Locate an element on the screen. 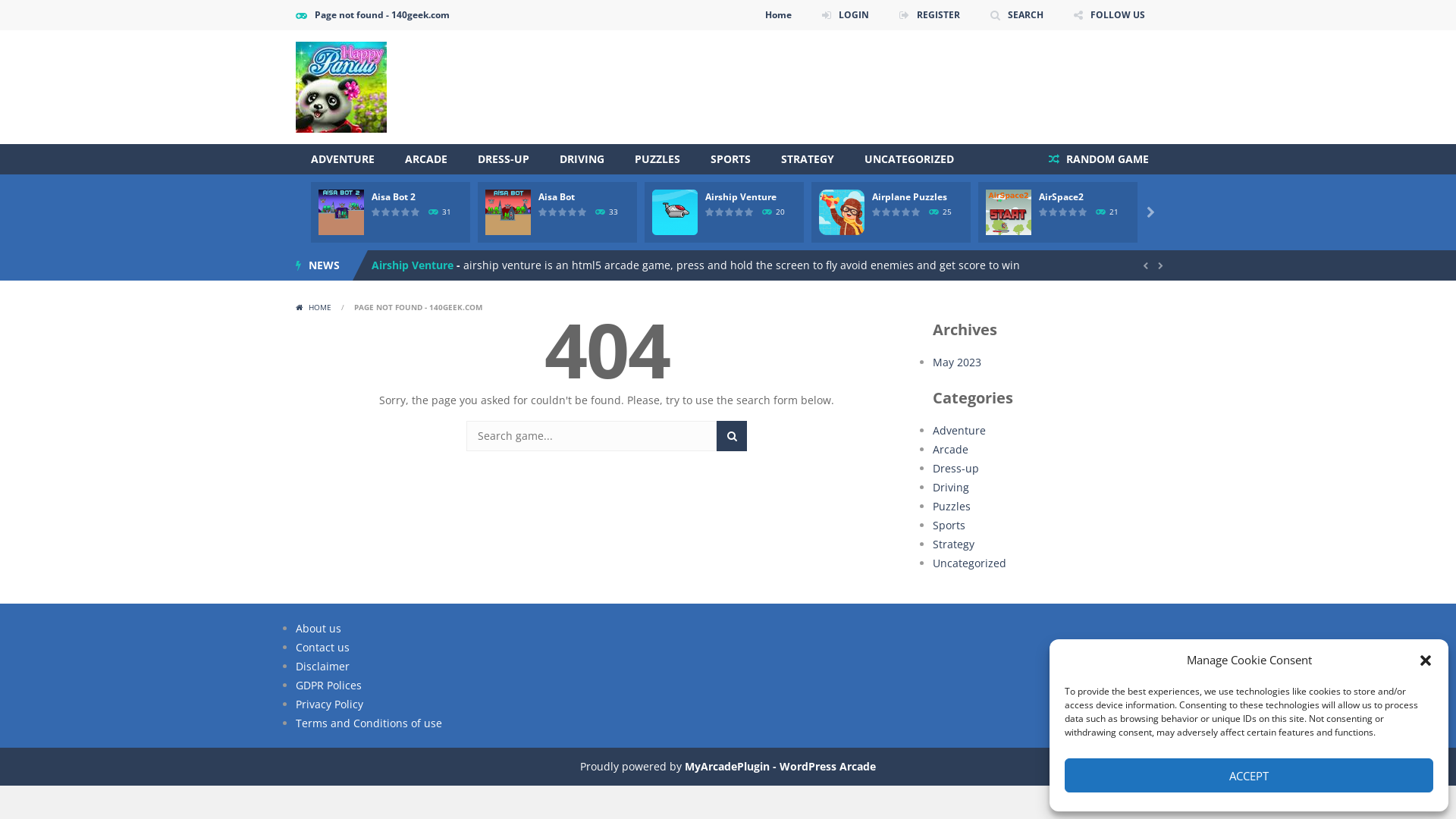 This screenshot has width=1456, height=819. '0 votes, average: 0.00 out of 5' is located at coordinates (386, 212).